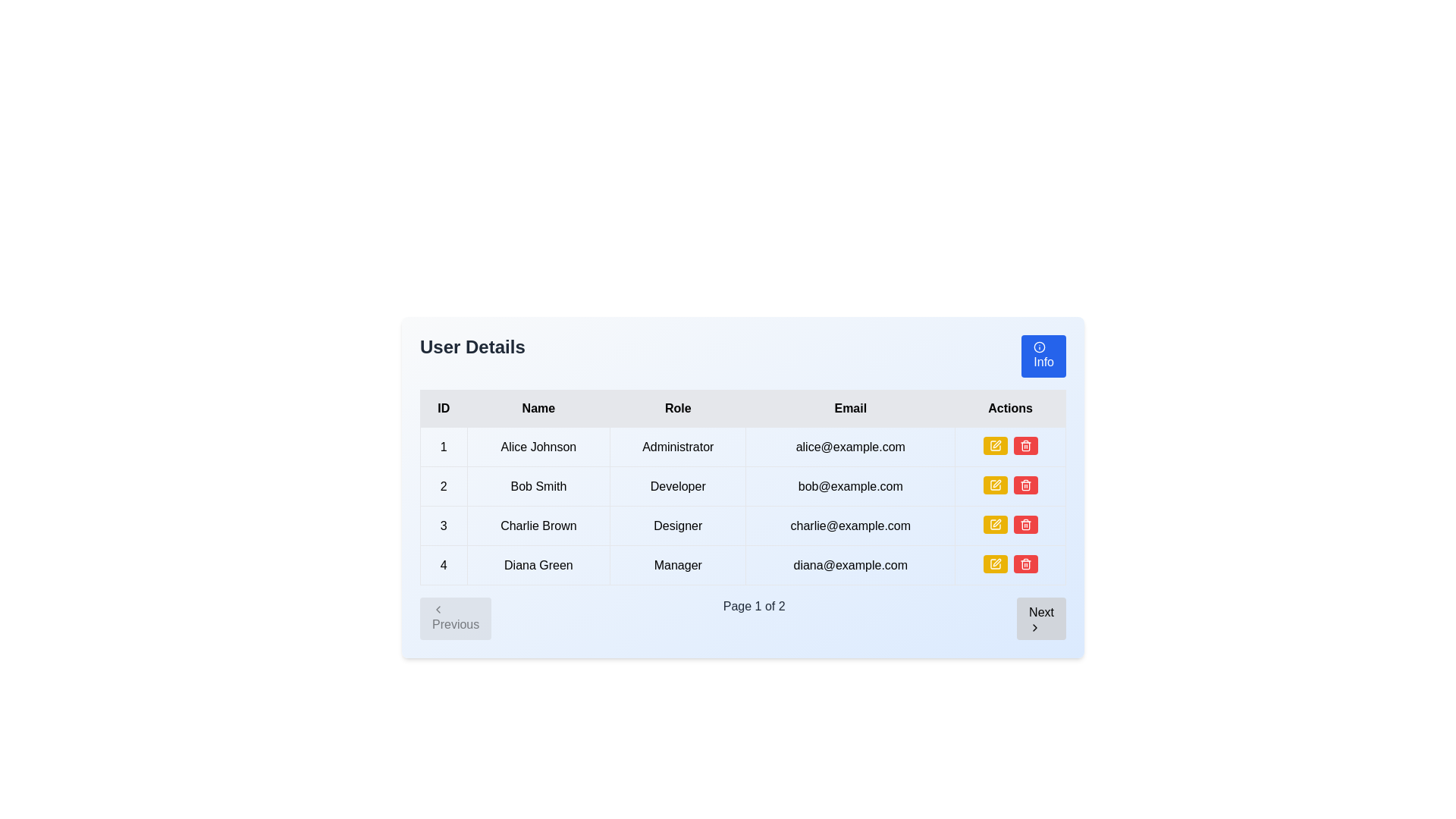 Image resolution: width=1456 pixels, height=819 pixels. I want to click on the 'Previous' button icon located at the lower-left corner beneath the user details table, so click(437, 608).